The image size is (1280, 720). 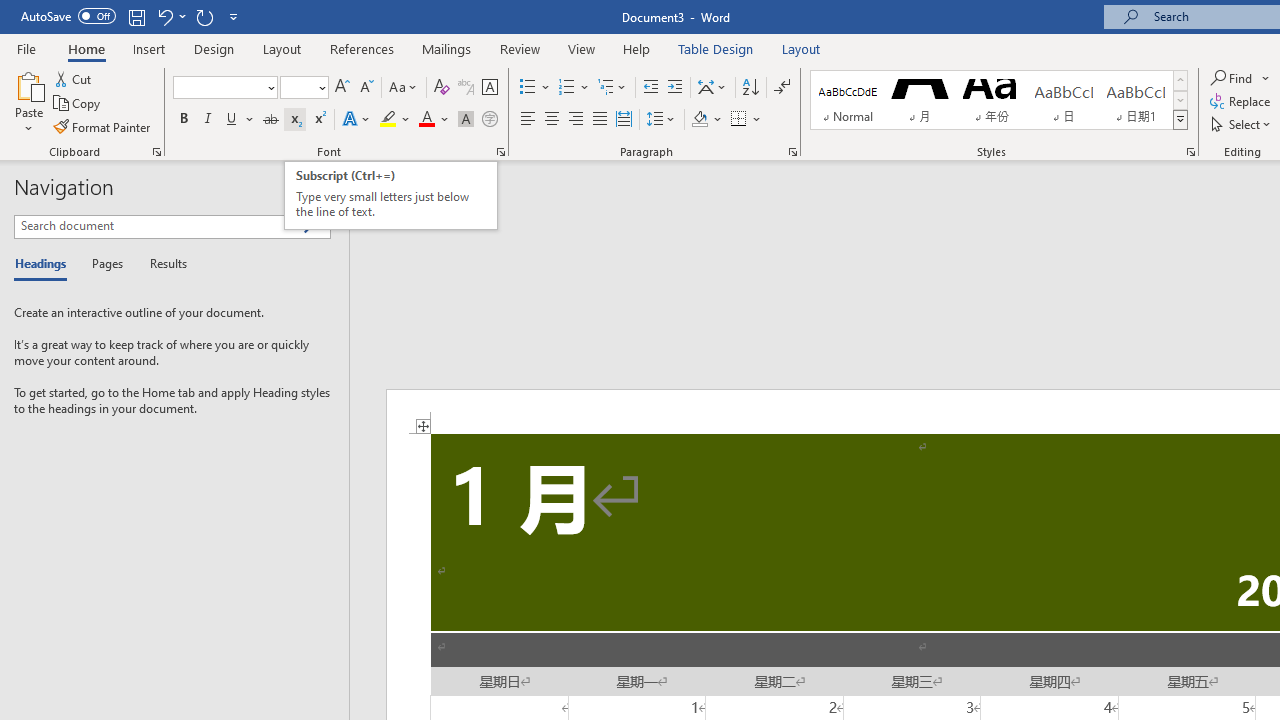 I want to click on 'Italic', so click(x=208, y=119).